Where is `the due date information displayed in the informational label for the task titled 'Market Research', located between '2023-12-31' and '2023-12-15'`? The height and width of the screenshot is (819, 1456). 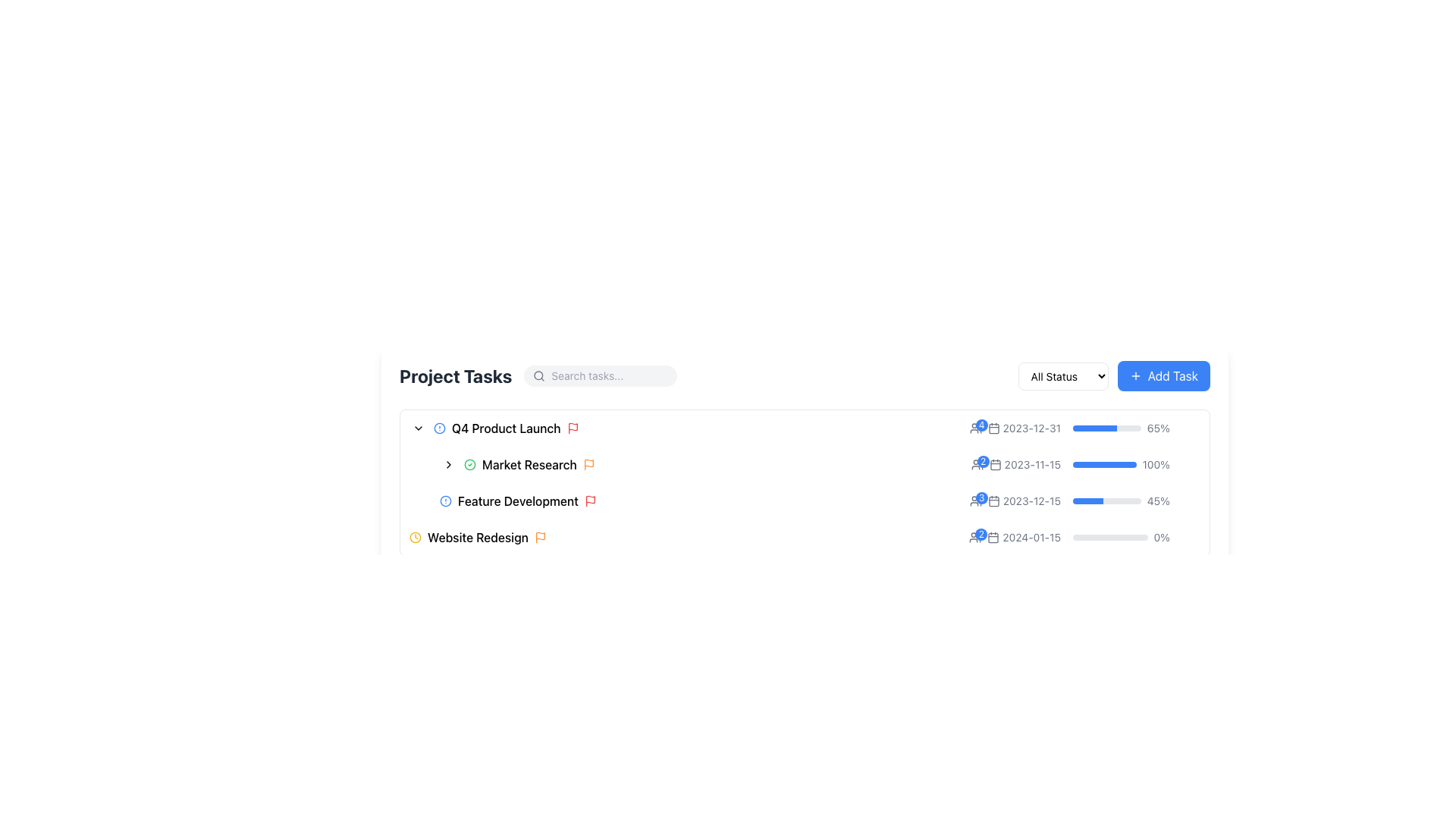 the due date information displayed in the informational label for the task titled 'Market Research', located between '2023-12-31' and '2023-12-15' is located at coordinates (1025, 464).